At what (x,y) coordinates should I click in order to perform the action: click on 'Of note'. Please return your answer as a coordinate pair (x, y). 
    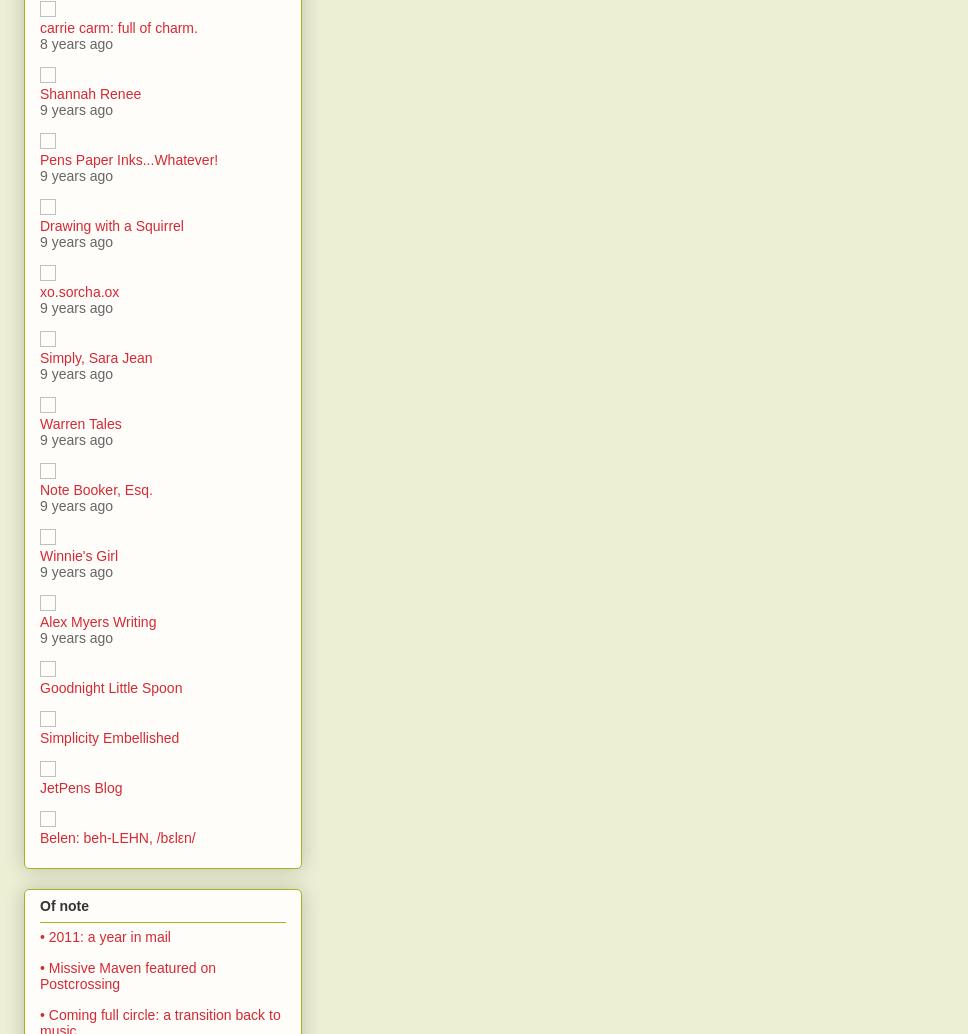
    Looking at the image, I should click on (63, 904).